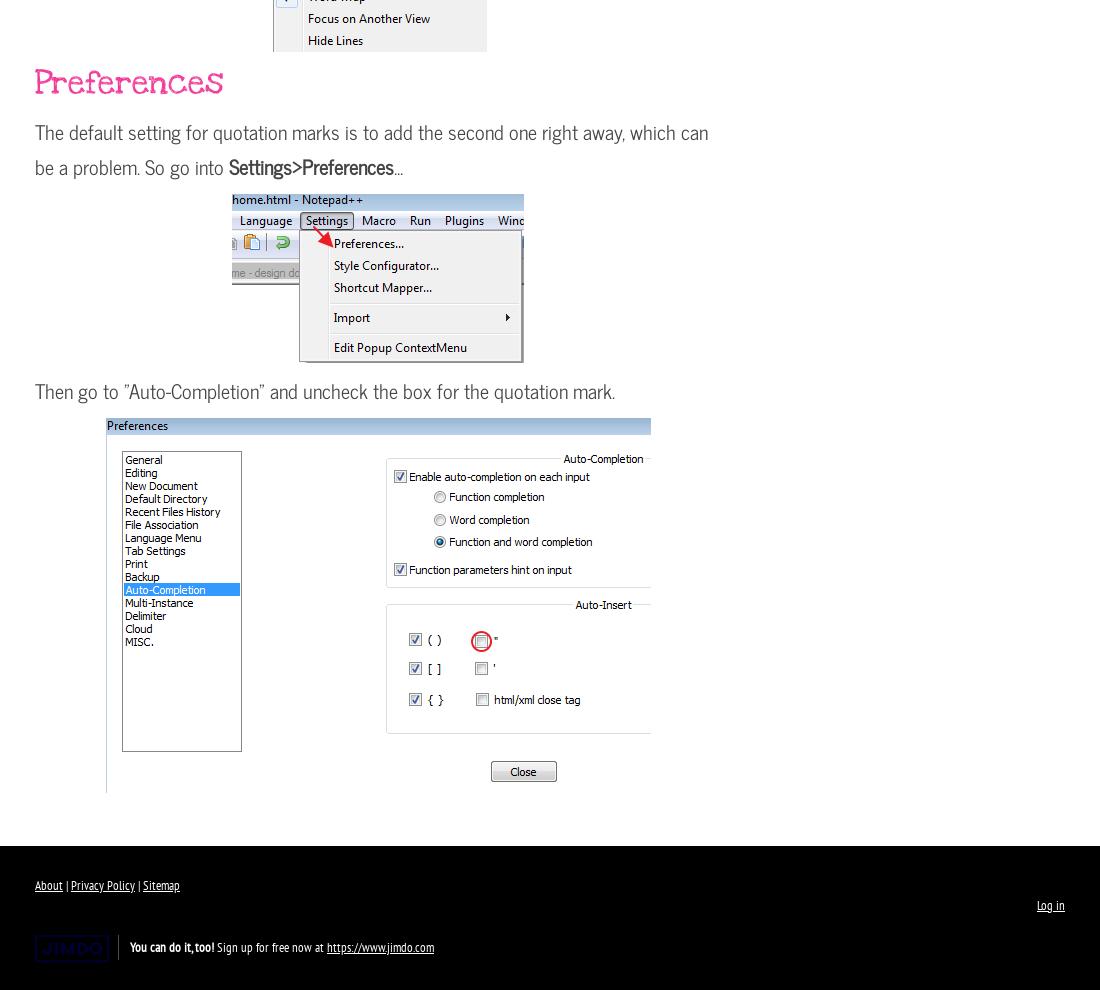 Image resolution: width=1100 pixels, height=990 pixels. I want to click on 'About', so click(47, 885).